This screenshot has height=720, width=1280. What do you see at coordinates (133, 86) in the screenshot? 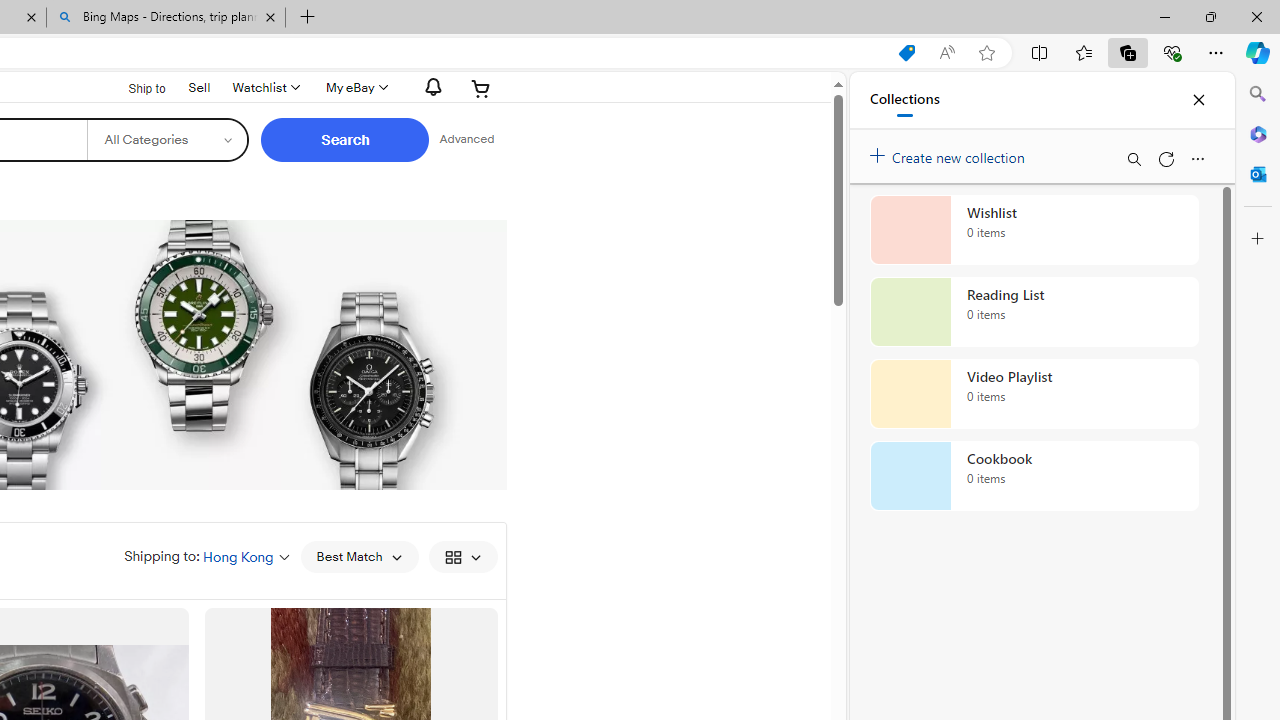
I see `'Ship to'` at bounding box center [133, 86].